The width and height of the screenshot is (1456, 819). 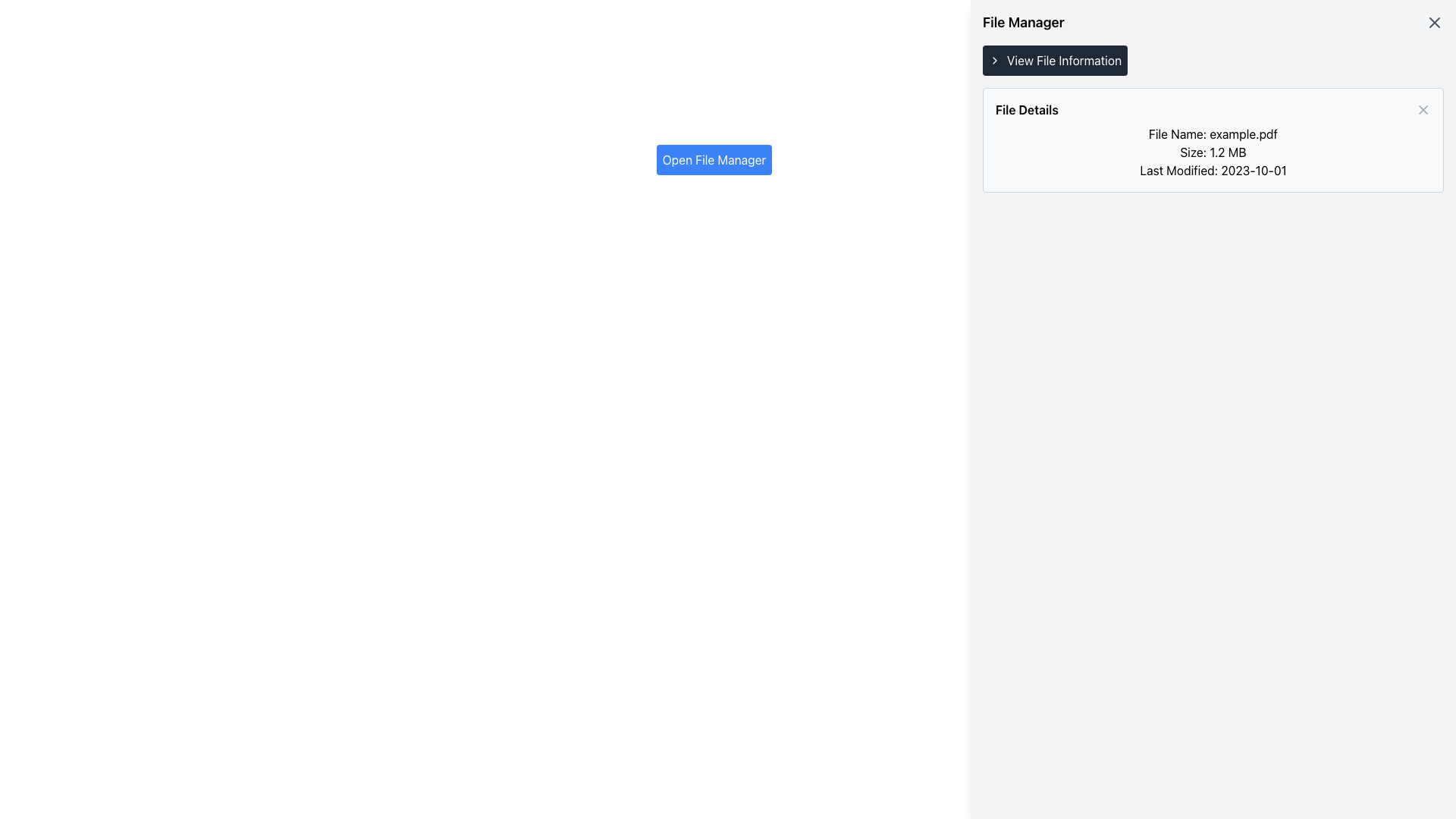 I want to click on the Static text label that serves as a title or header for its section, located at the top of the right-side panel, so click(x=1023, y=23).